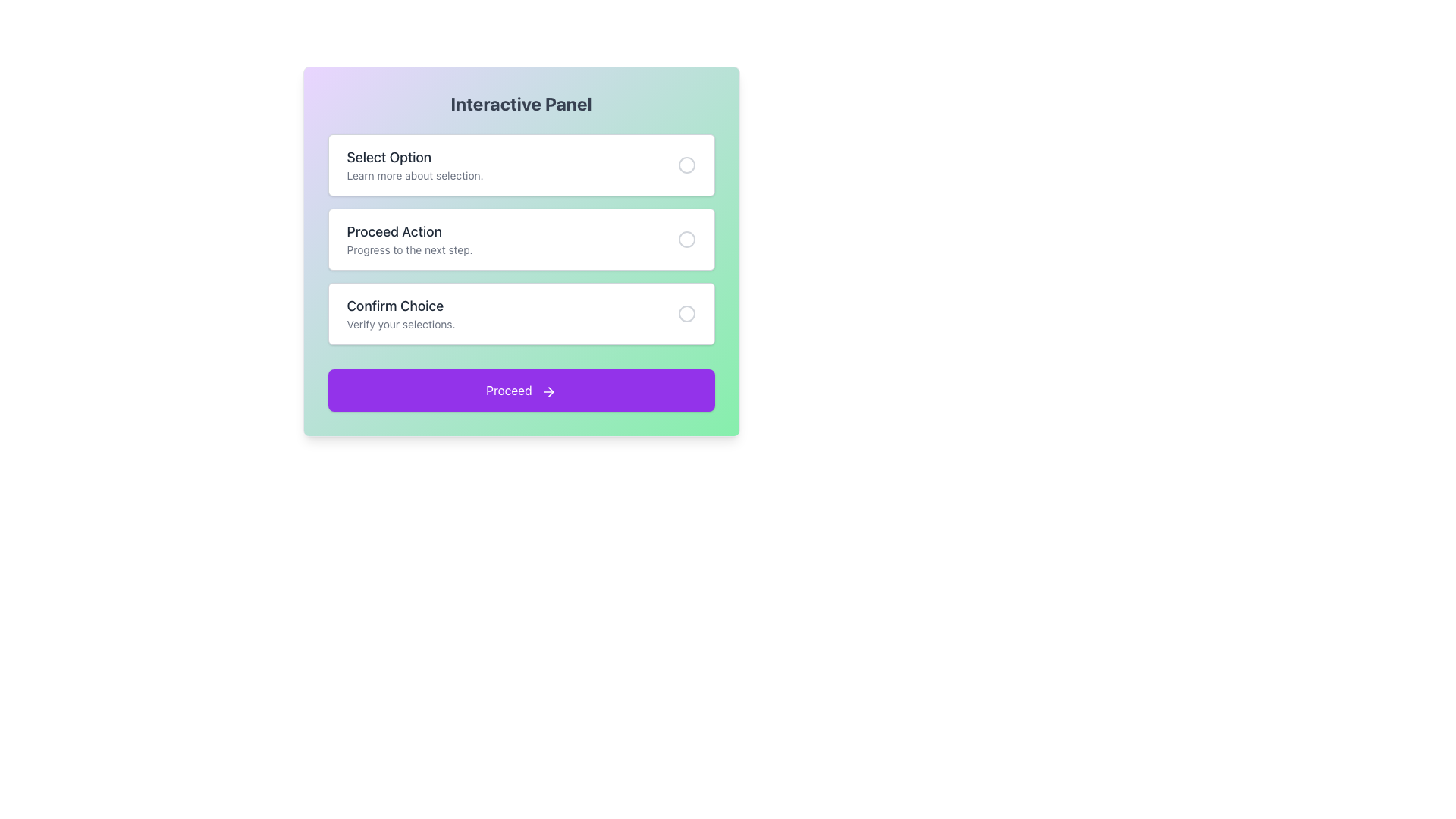  What do you see at coordinates (409, 239) in the screenshot?
I see `the second selectable list option labeled 'Proceed Action'` at bounding box center [409, 239].